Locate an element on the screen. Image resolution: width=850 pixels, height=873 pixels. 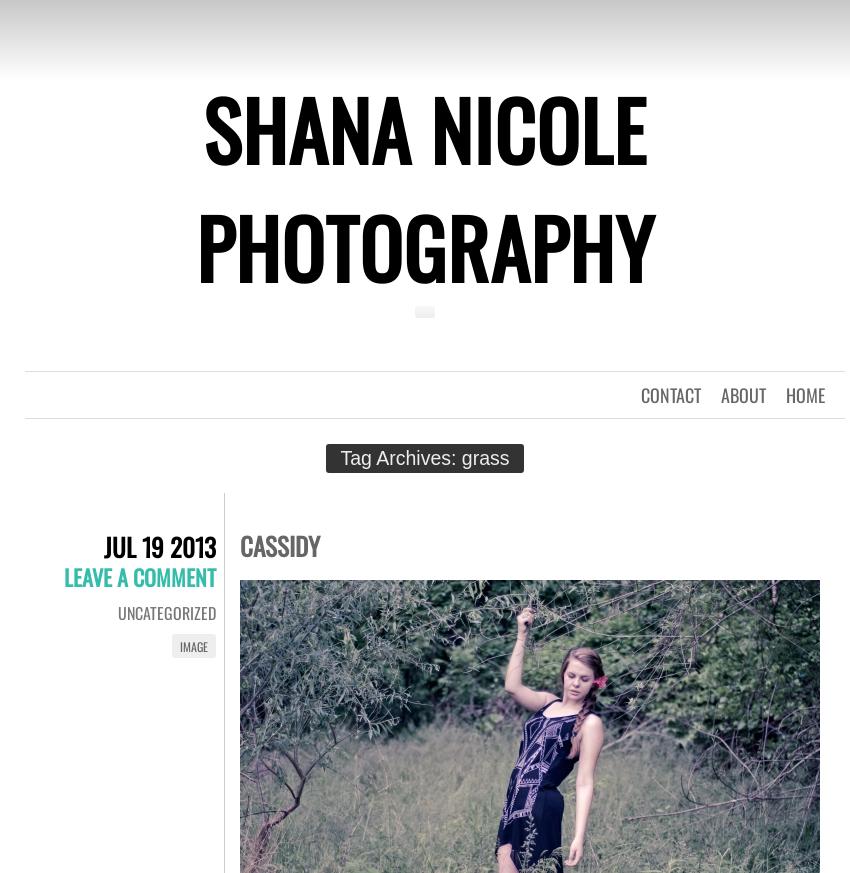
'grass' is located at coordinates (485, 457).